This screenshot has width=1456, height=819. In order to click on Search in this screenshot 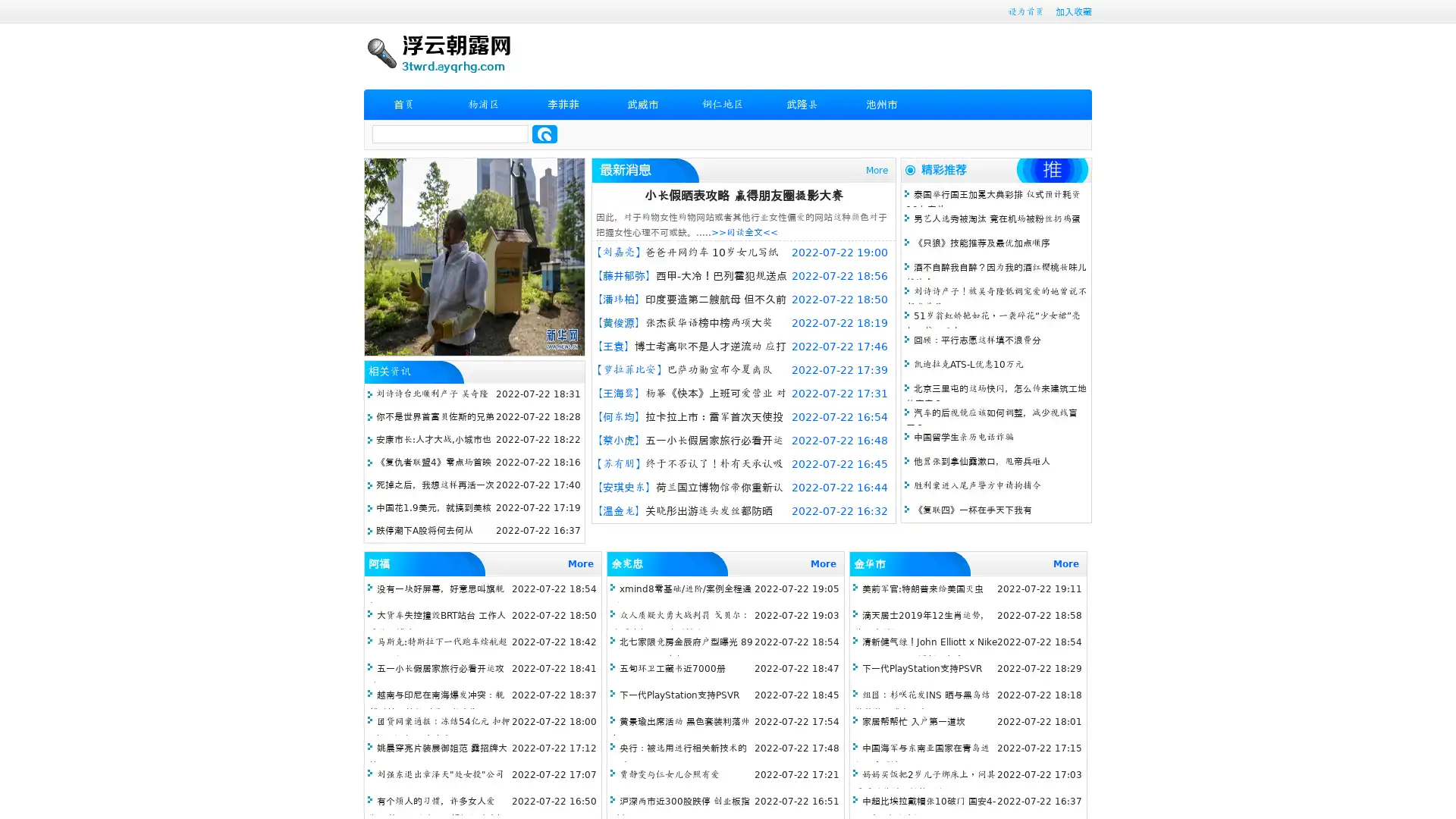, I will do `click(544, 133)`.